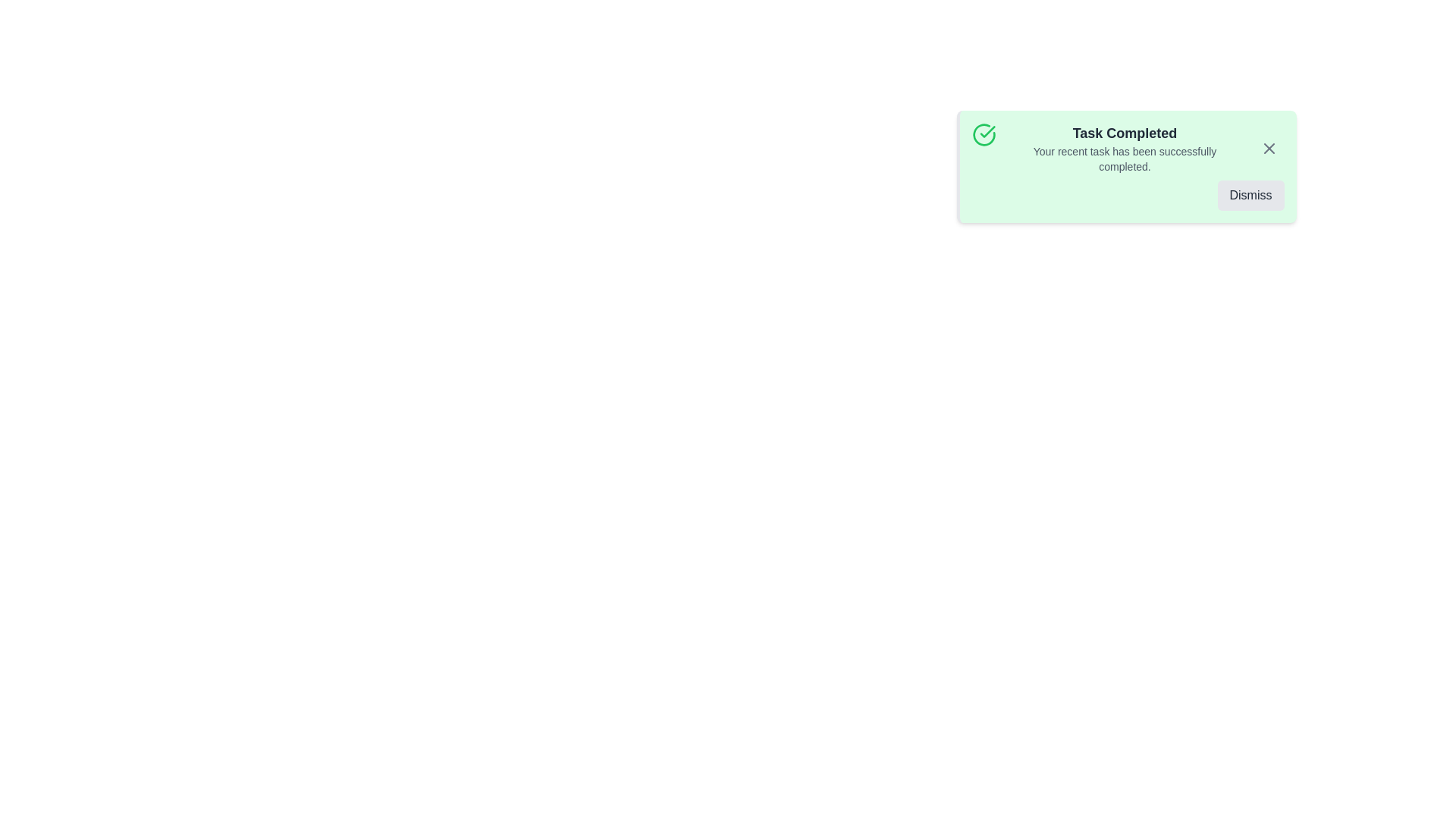 The height and width of the screenshot is (819, 1456). What do you see at coordinates (1269, 149) in the screenshot?
I see `the Close button icon located at the top-right corner of the notification card to provide visual feedback` at bounding box center [1269, 149].